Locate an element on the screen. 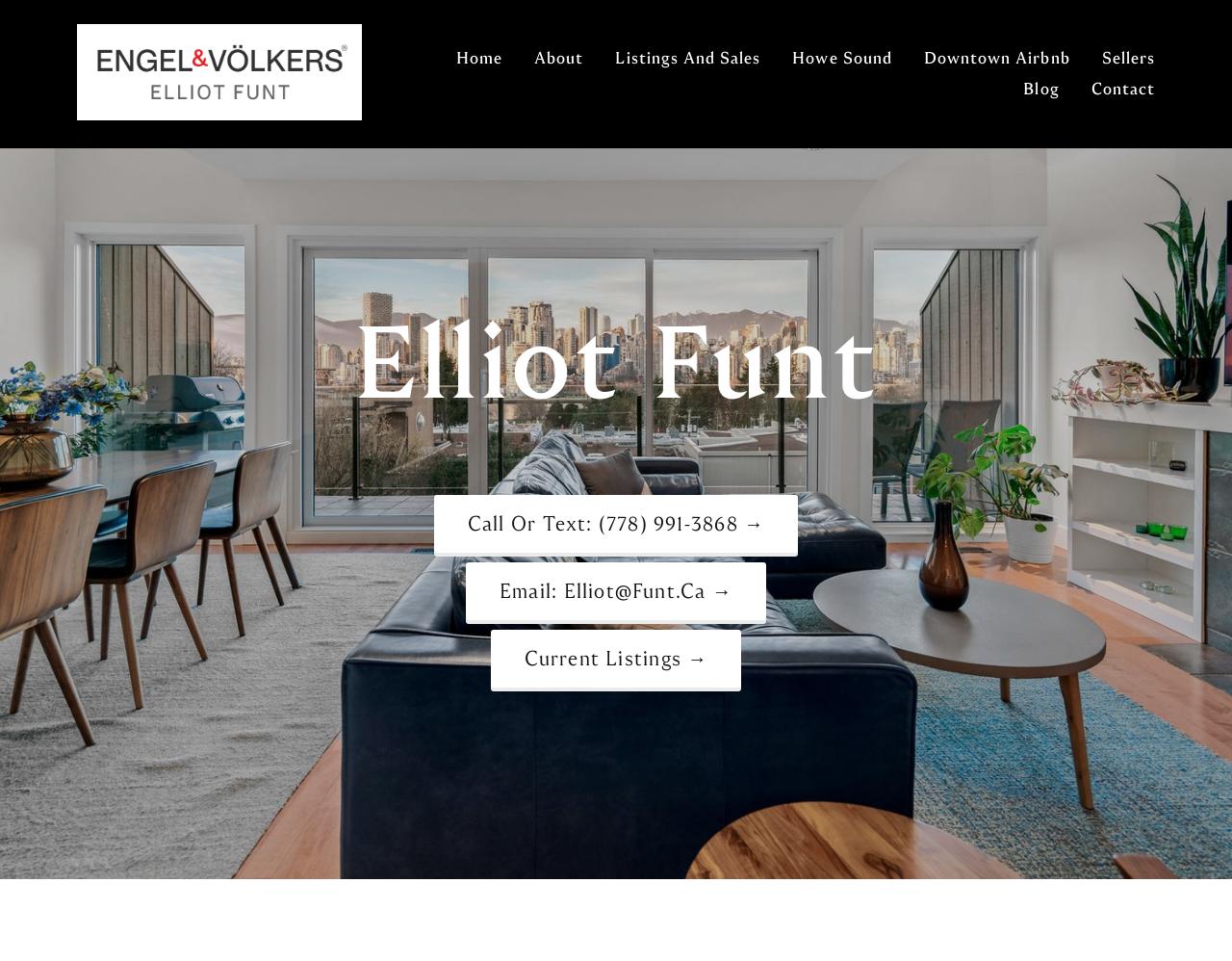  'Blog' is located at coordinates (1022, 88).